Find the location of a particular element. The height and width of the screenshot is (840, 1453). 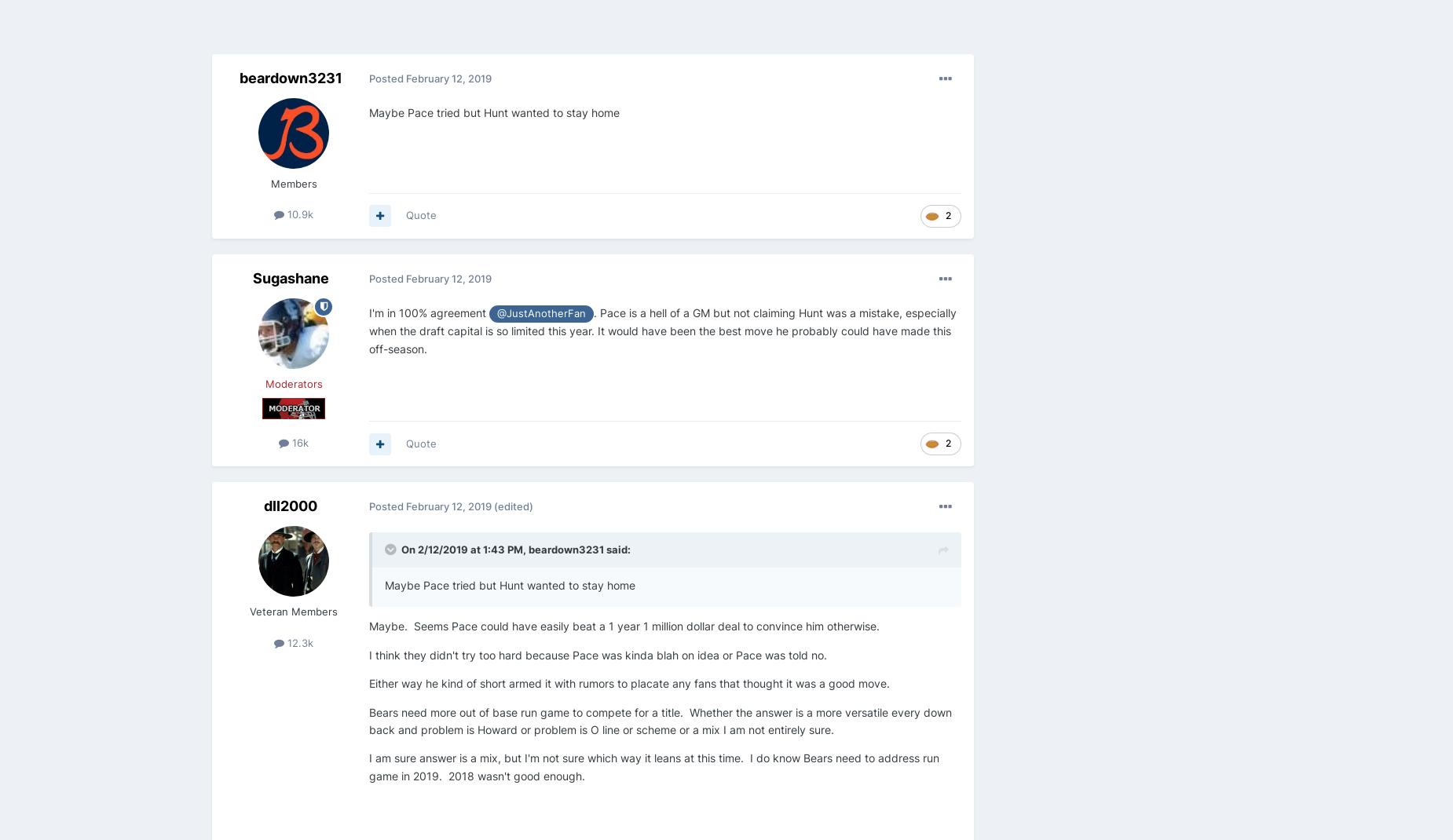

'12.3k' is located at coordinates (298, 642).